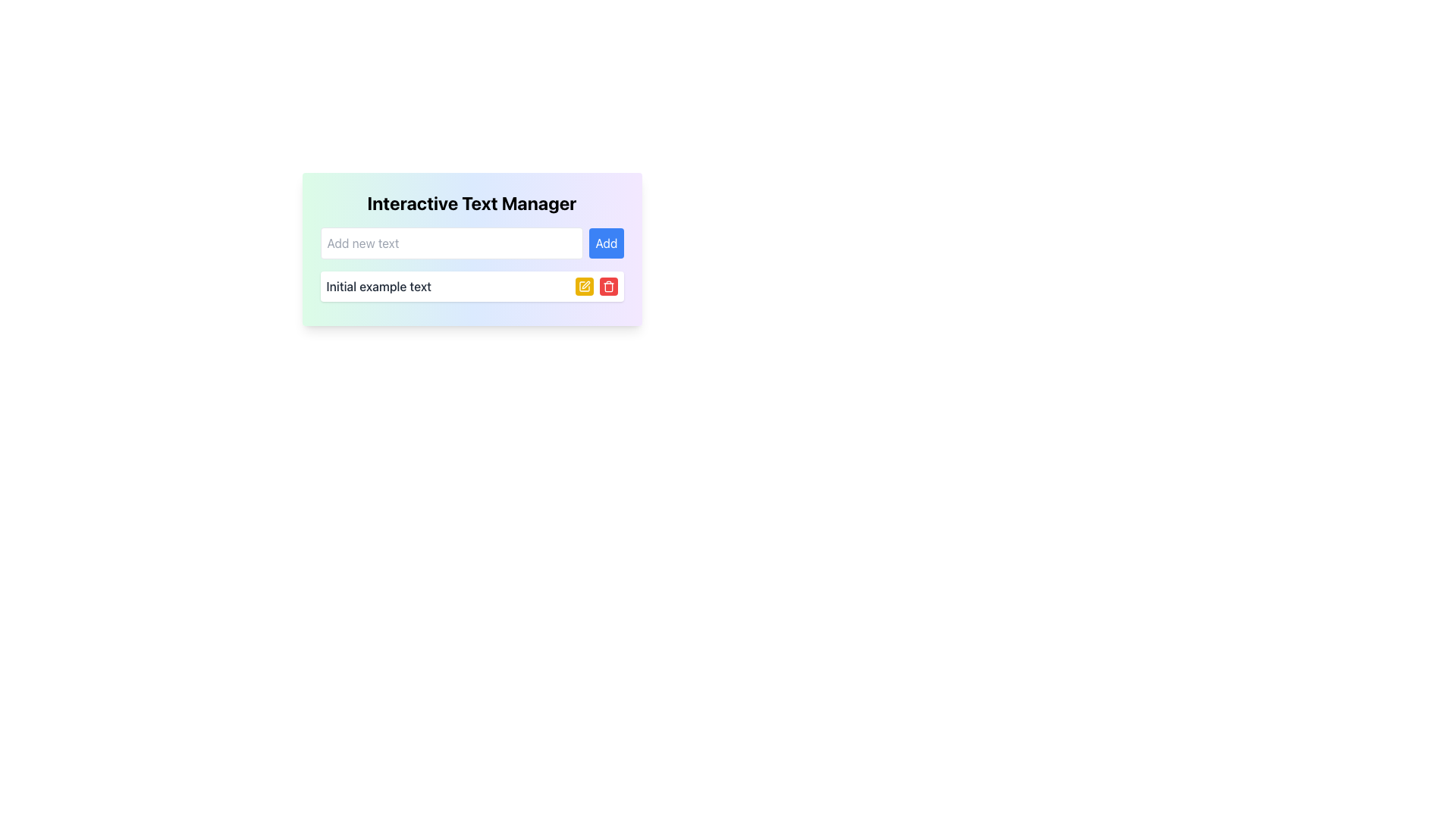 The width and height of the screenshot is (1456, 819). Describe the element at coordinates (608, 287) in the screenshot. I see `the delete button, which is the second button on the right side of the row below the 'Initial example text' input field, to apply hover effects` at that location.